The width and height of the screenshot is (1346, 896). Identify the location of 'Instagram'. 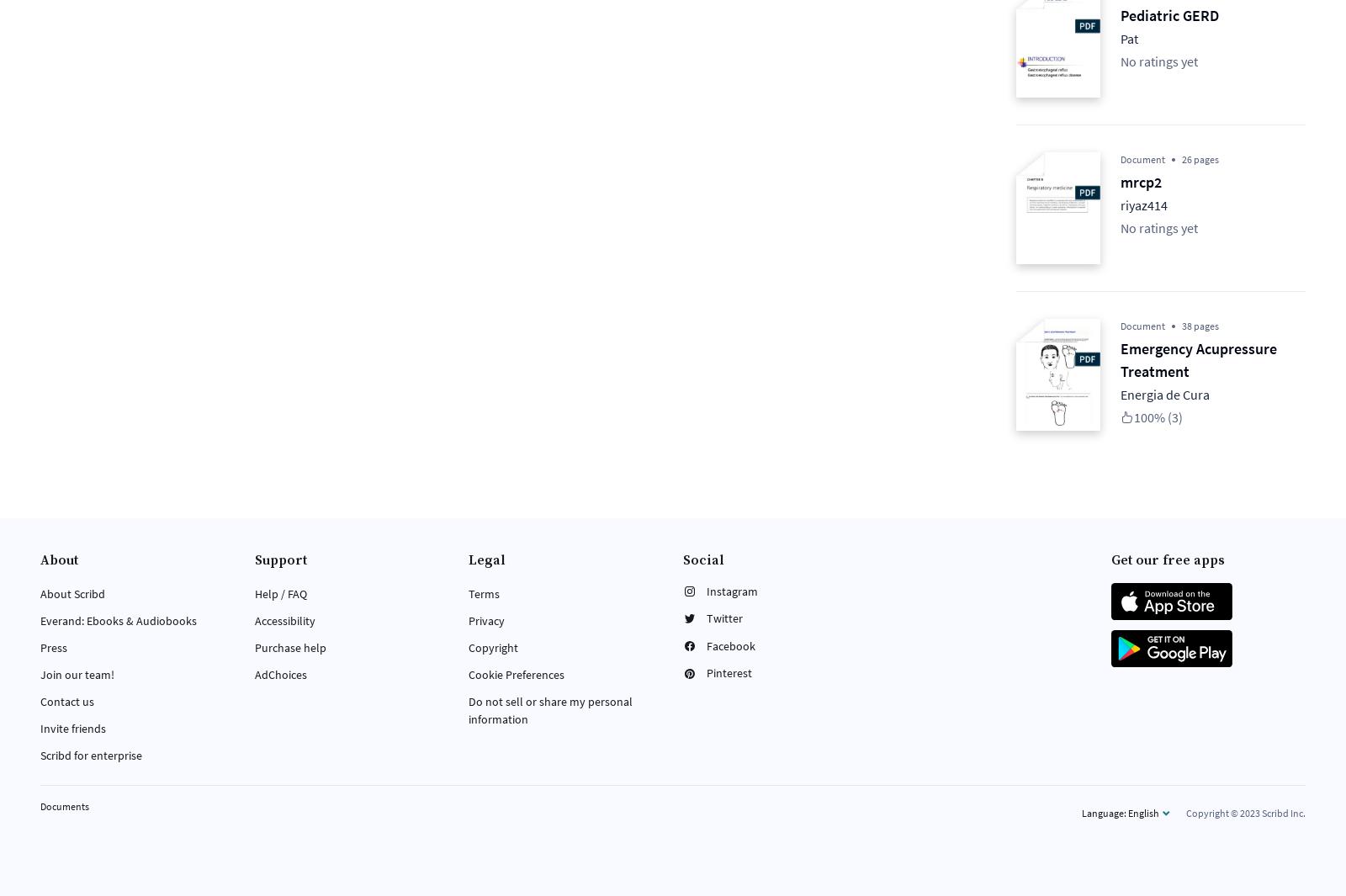
(731, 591).